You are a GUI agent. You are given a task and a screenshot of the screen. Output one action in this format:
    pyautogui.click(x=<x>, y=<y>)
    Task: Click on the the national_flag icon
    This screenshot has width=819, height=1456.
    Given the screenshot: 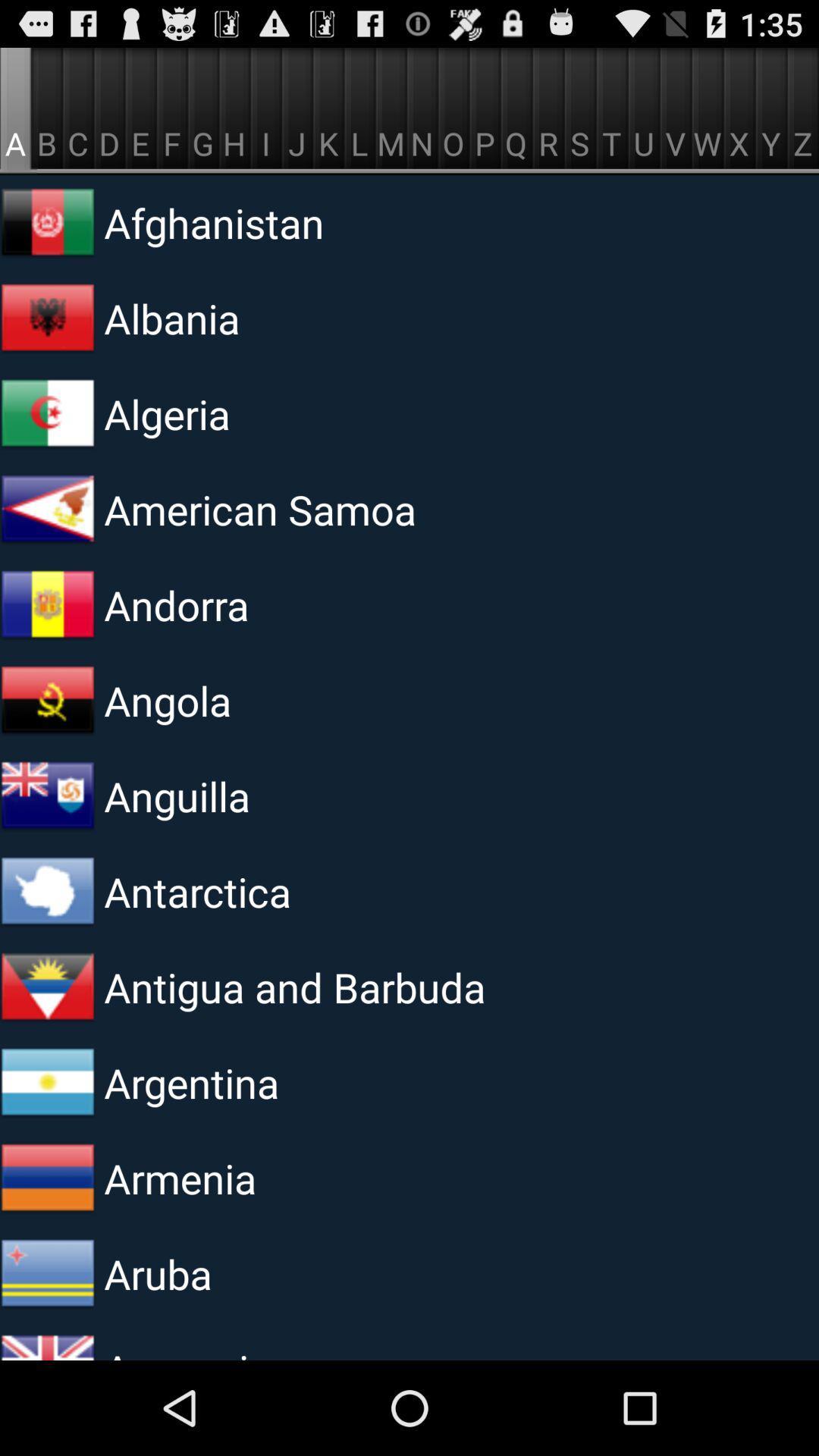 What is the action you would take?
    pyautogui.click(x=46, y=237)
    